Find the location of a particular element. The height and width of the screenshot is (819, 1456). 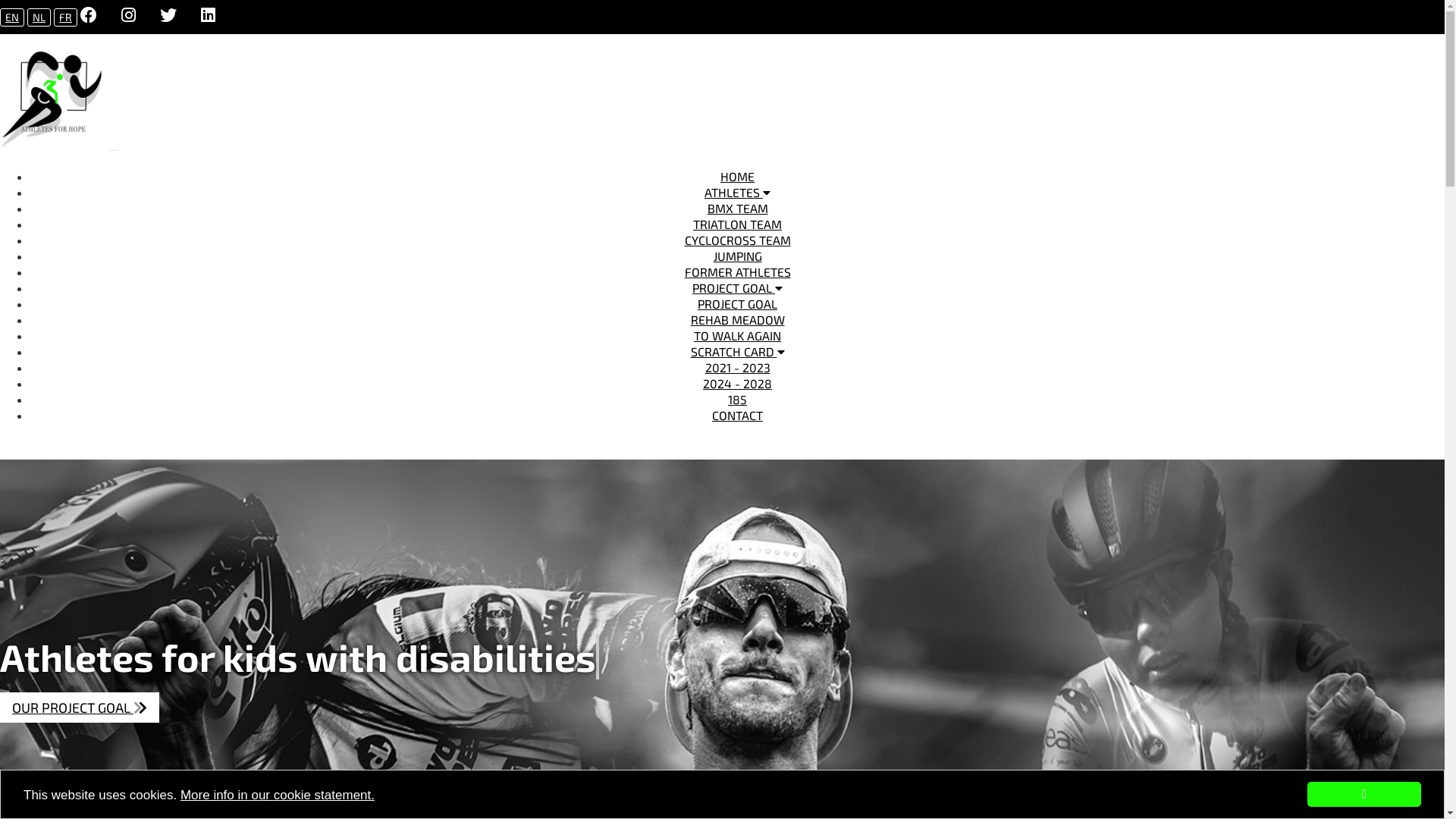

'TRIATLON TEAM' is located at coordinates (737, 224).